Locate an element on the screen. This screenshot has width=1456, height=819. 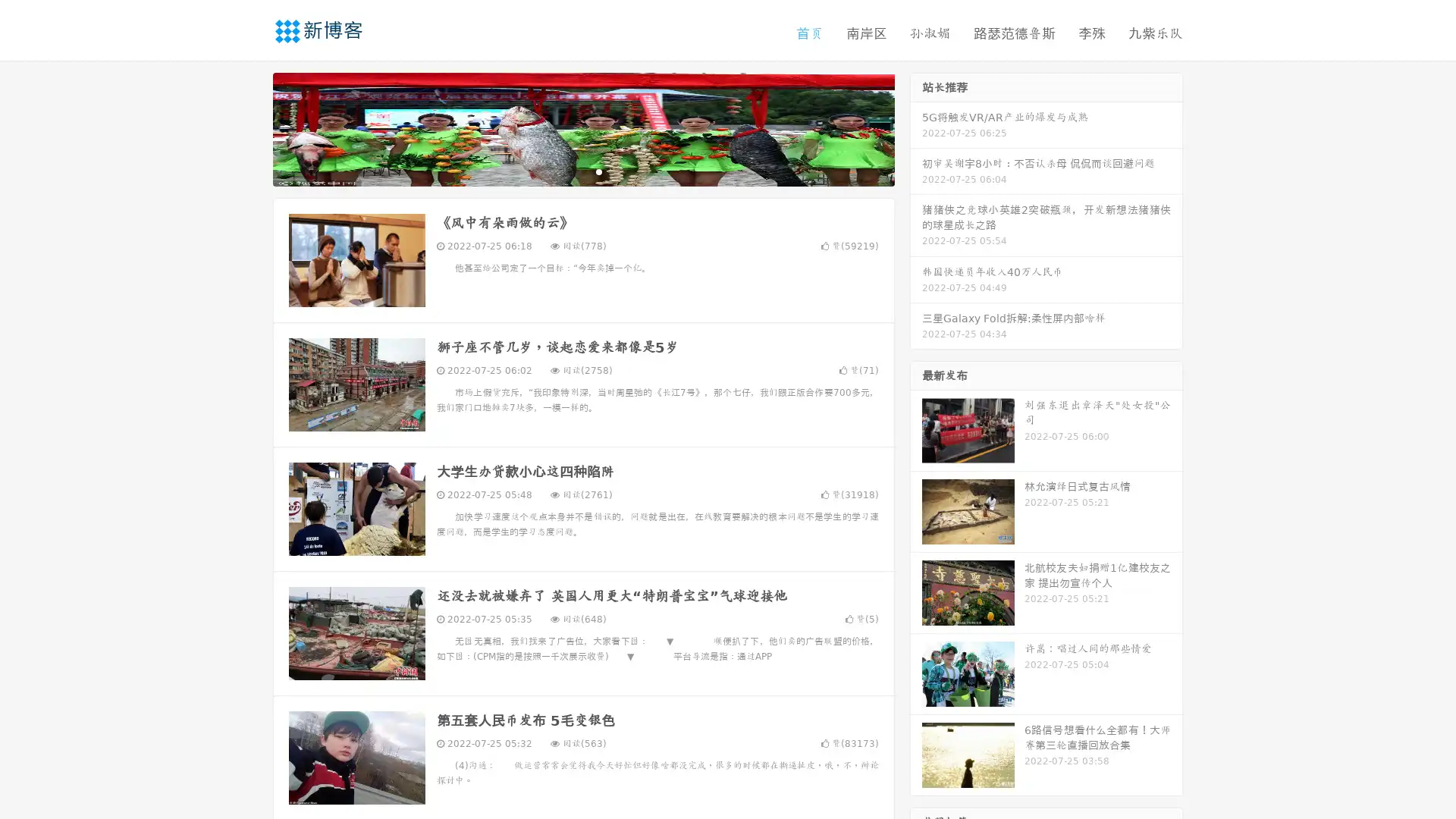
Go to slide 3 is located at coordinates (598, 171).